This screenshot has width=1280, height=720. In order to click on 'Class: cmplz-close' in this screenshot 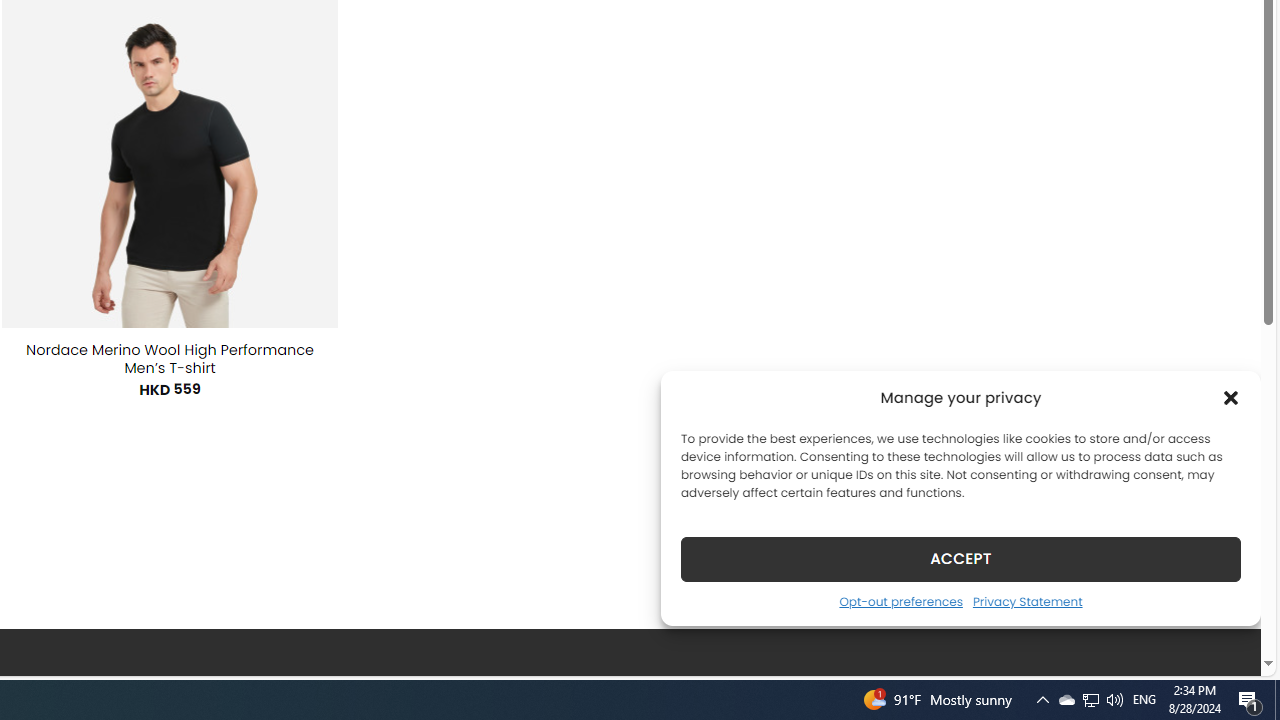, I will do `click(1230, 397)`.